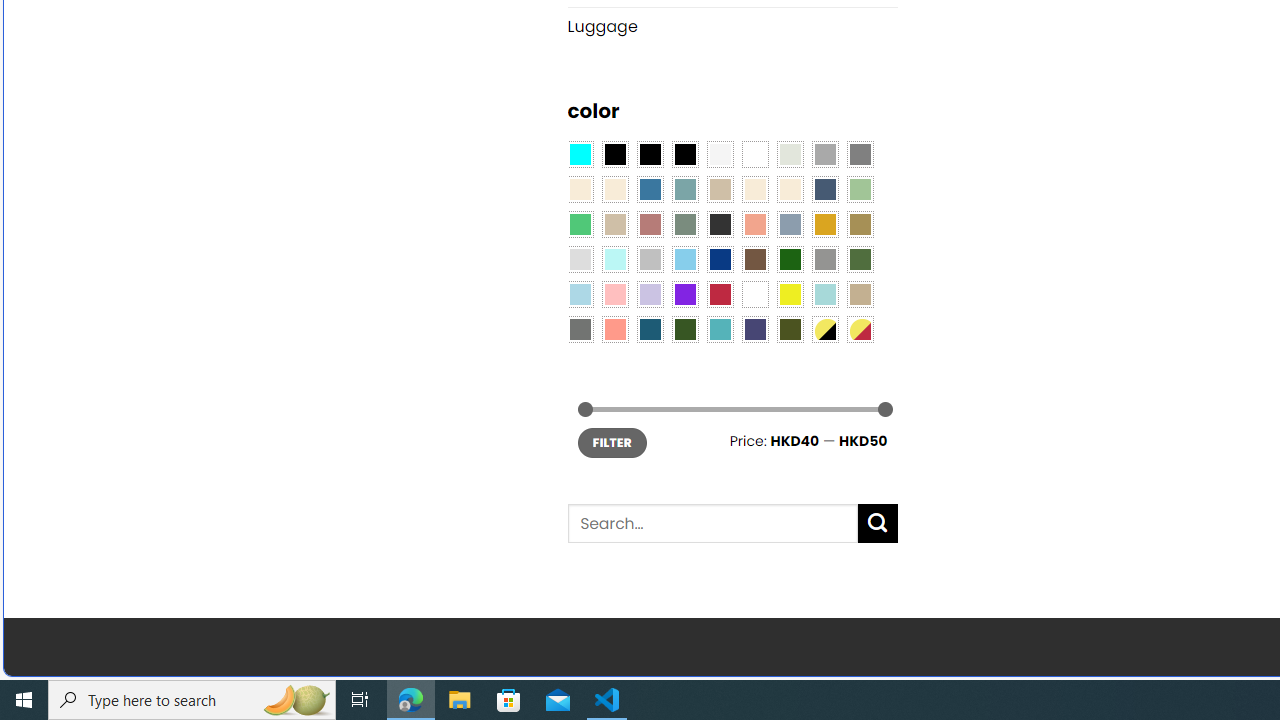  Describe the element at coordinates (578, 153) in the screenshot. I see `'Aqua Blue'` at that location.